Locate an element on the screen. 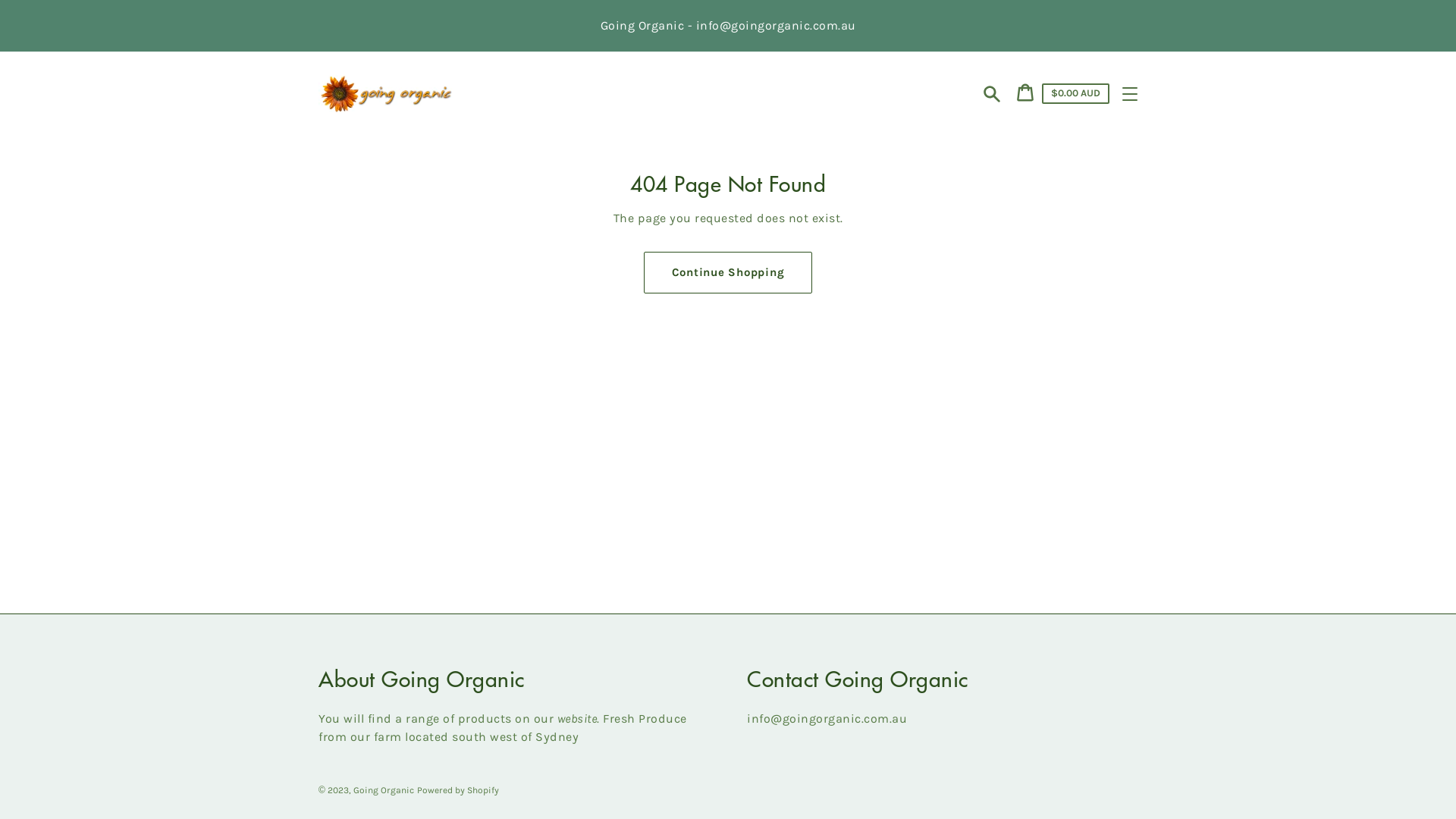 The height and width of the screenshot is (819, 1456). 'Powered by Shopify' is located at coordinates (457, 789).